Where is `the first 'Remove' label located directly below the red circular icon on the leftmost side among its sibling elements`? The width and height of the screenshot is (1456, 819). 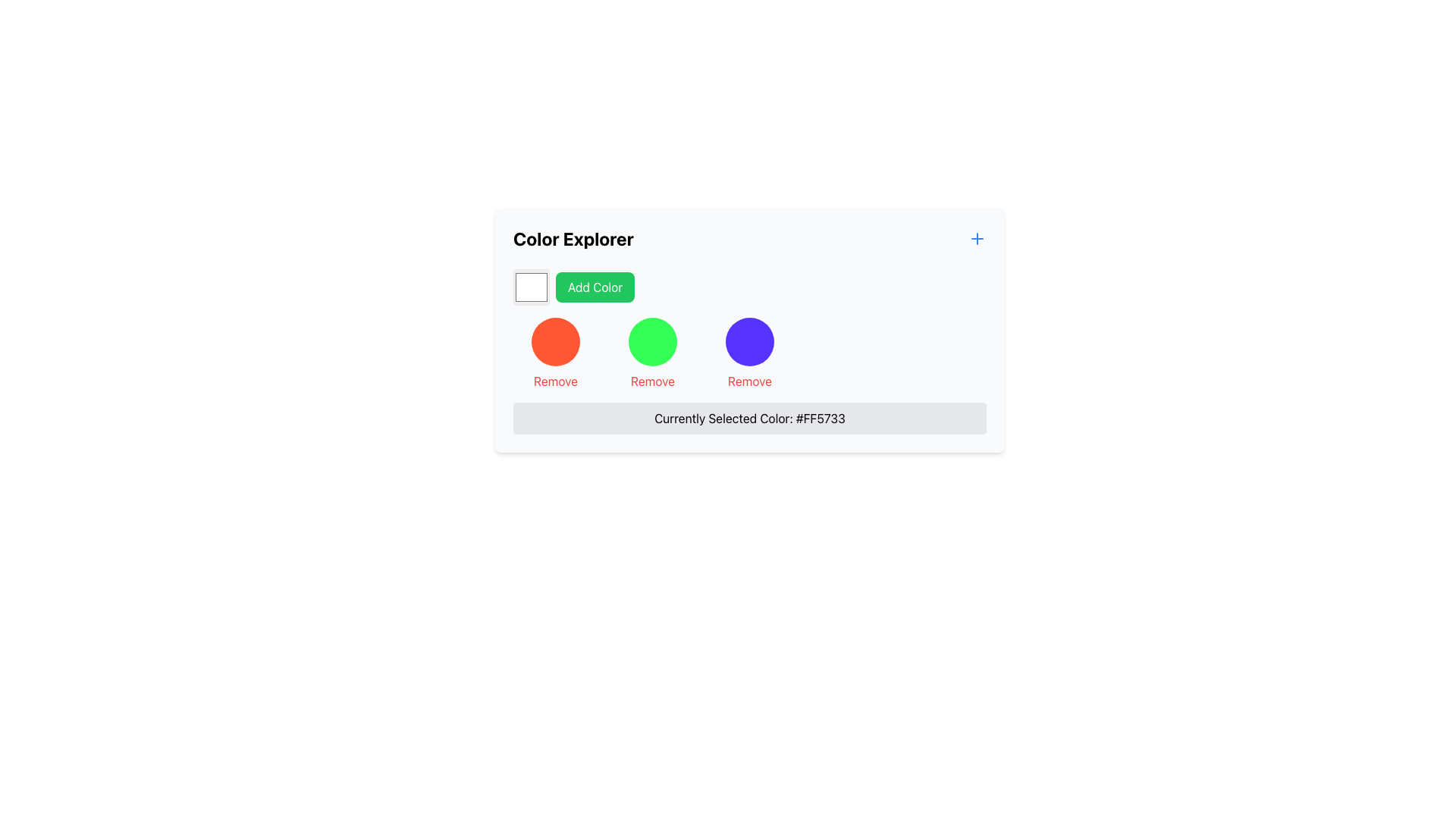
the first 'Remove' label located directly below the red circular icon on the leftmost side among its sibling elements is located at coordinates (555, 380).